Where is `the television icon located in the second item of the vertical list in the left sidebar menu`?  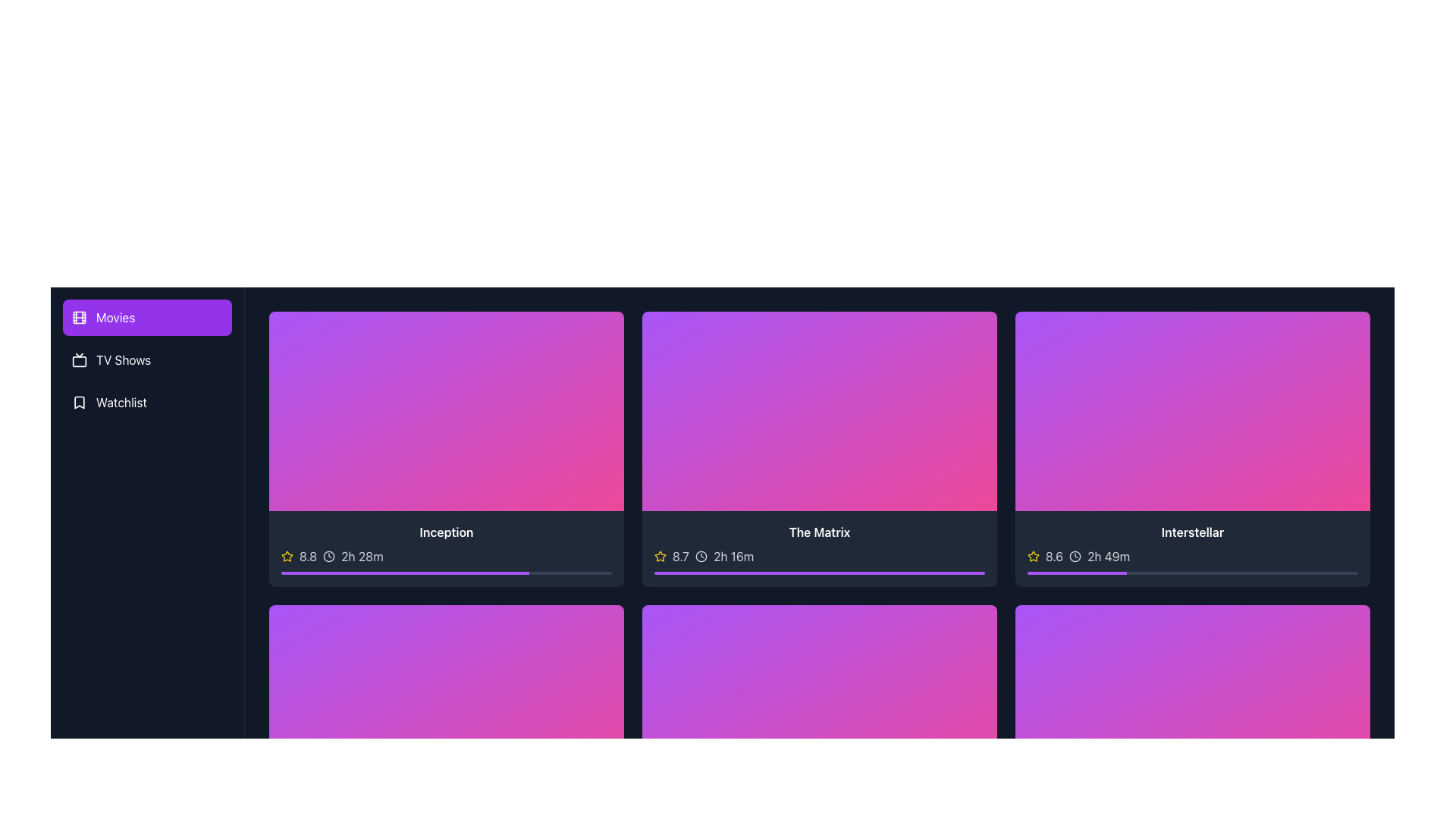 the television icon located in the second item of the vertical list in the left sidebar menu is located at coordinates (79, 359).